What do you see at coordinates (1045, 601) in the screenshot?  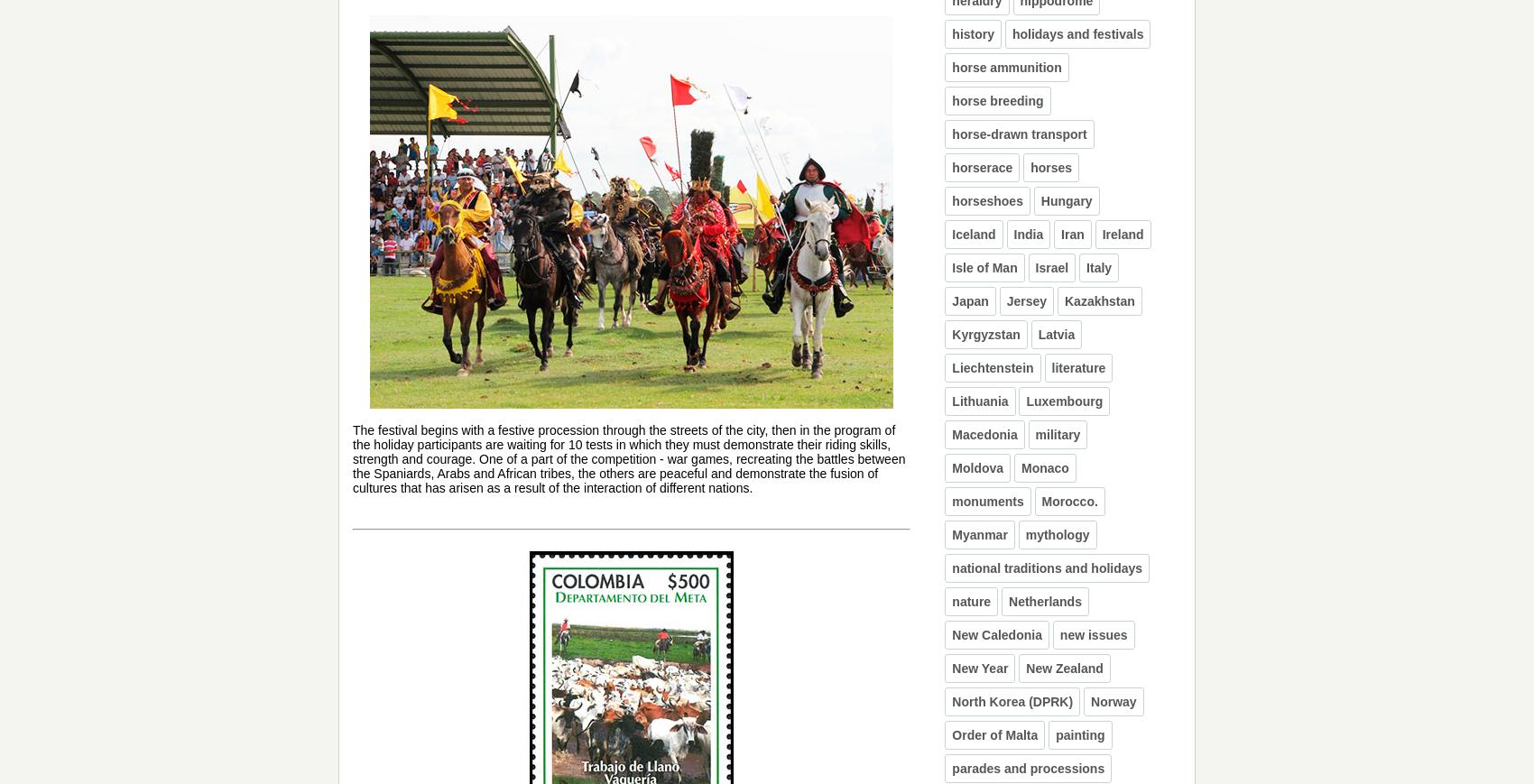 I see `'Netherlands'` at bounding box center [1045, 601].